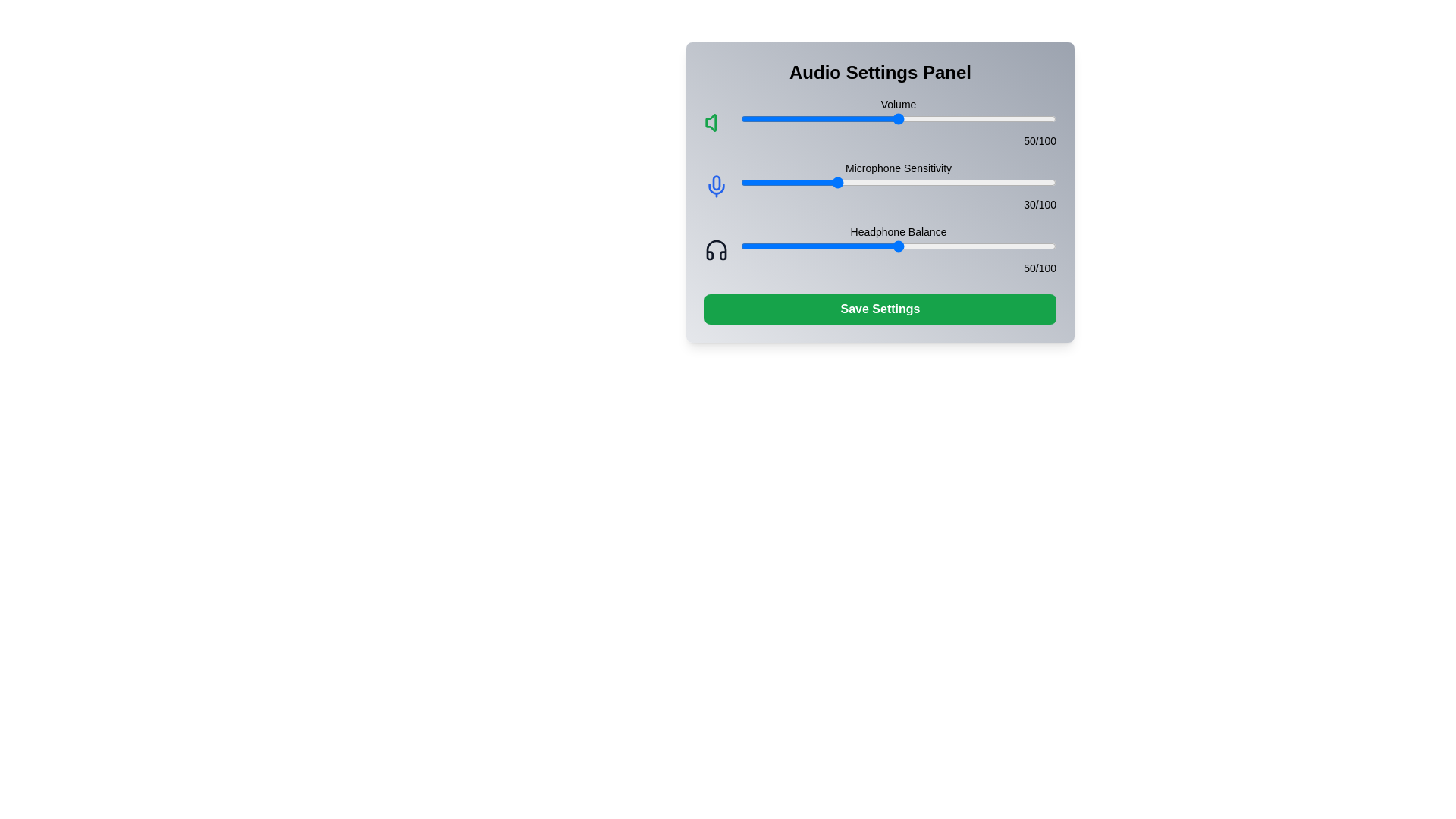 The width and height of the screenshot is (1456, 819). What do you see at coordinates (818, 118) in the screenshot?
I see `volume` at bounding box center [818, 118].